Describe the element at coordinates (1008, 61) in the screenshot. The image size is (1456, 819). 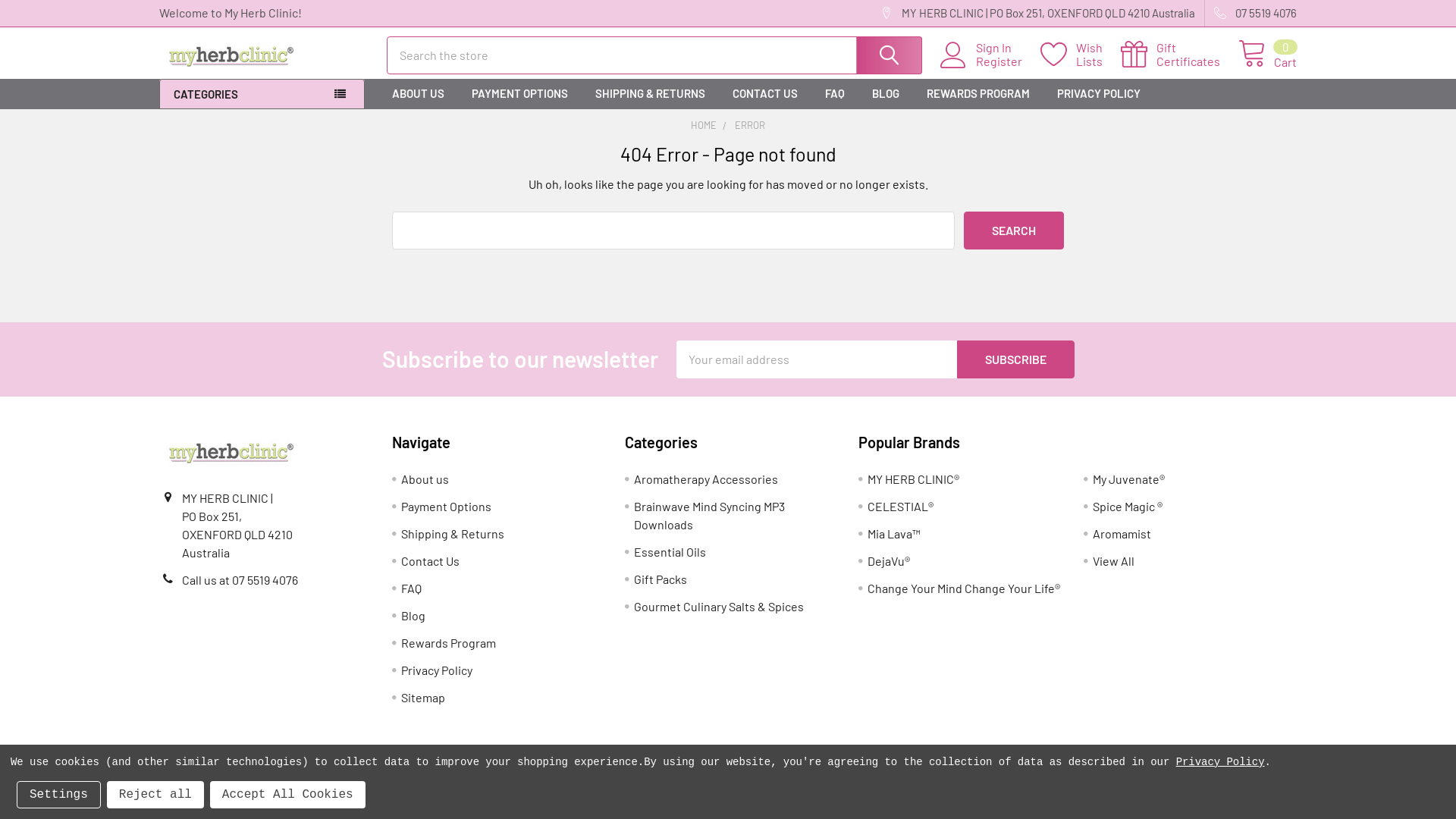
I see `'Register'` at that location.